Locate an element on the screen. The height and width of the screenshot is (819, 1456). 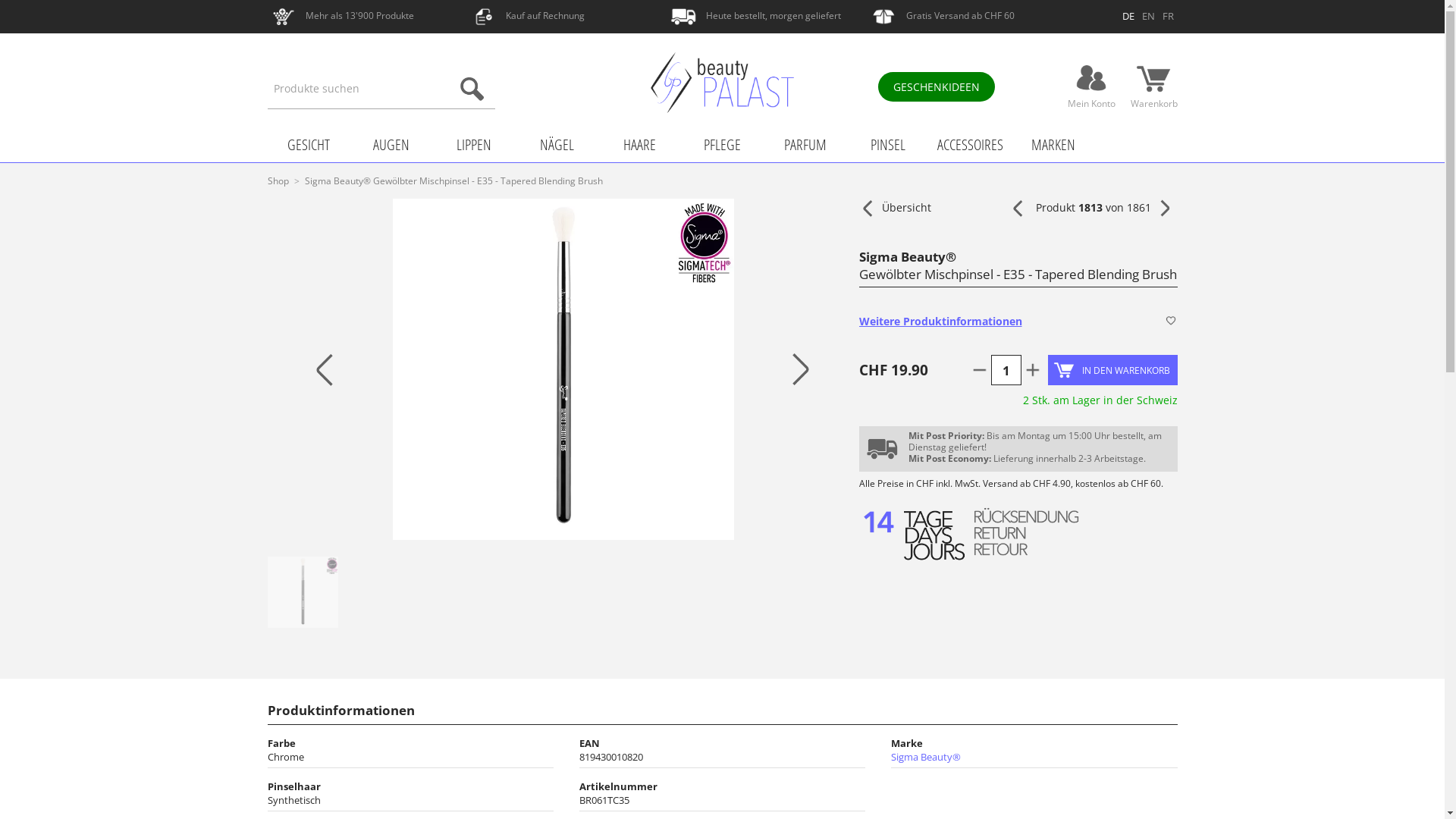
'GESCHENKIDEEN' is located at coordinates (935, 86).